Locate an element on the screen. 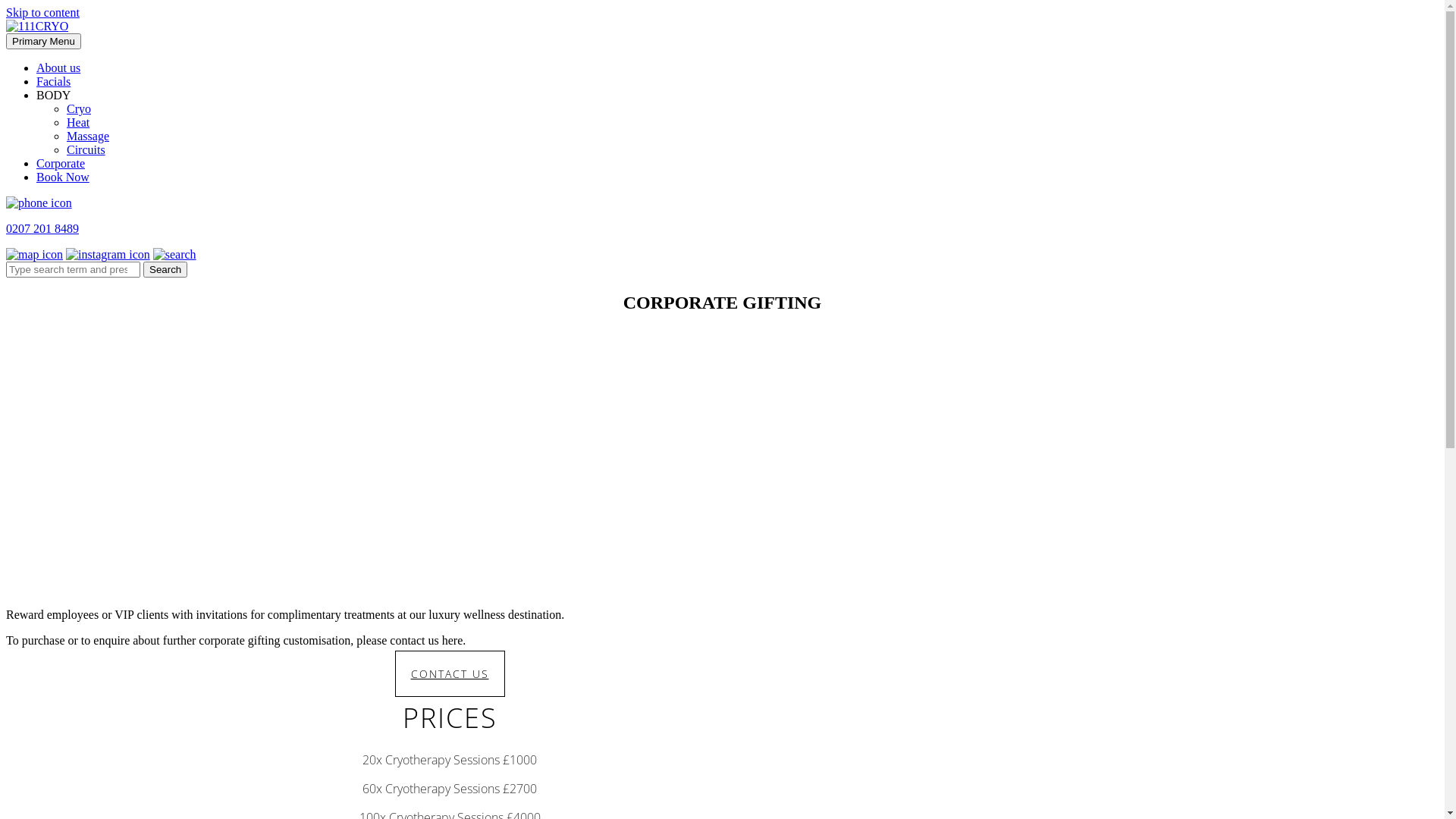 This screenshot has height=819, width=1456. 'Massage' is located at coordinates (65, 135).